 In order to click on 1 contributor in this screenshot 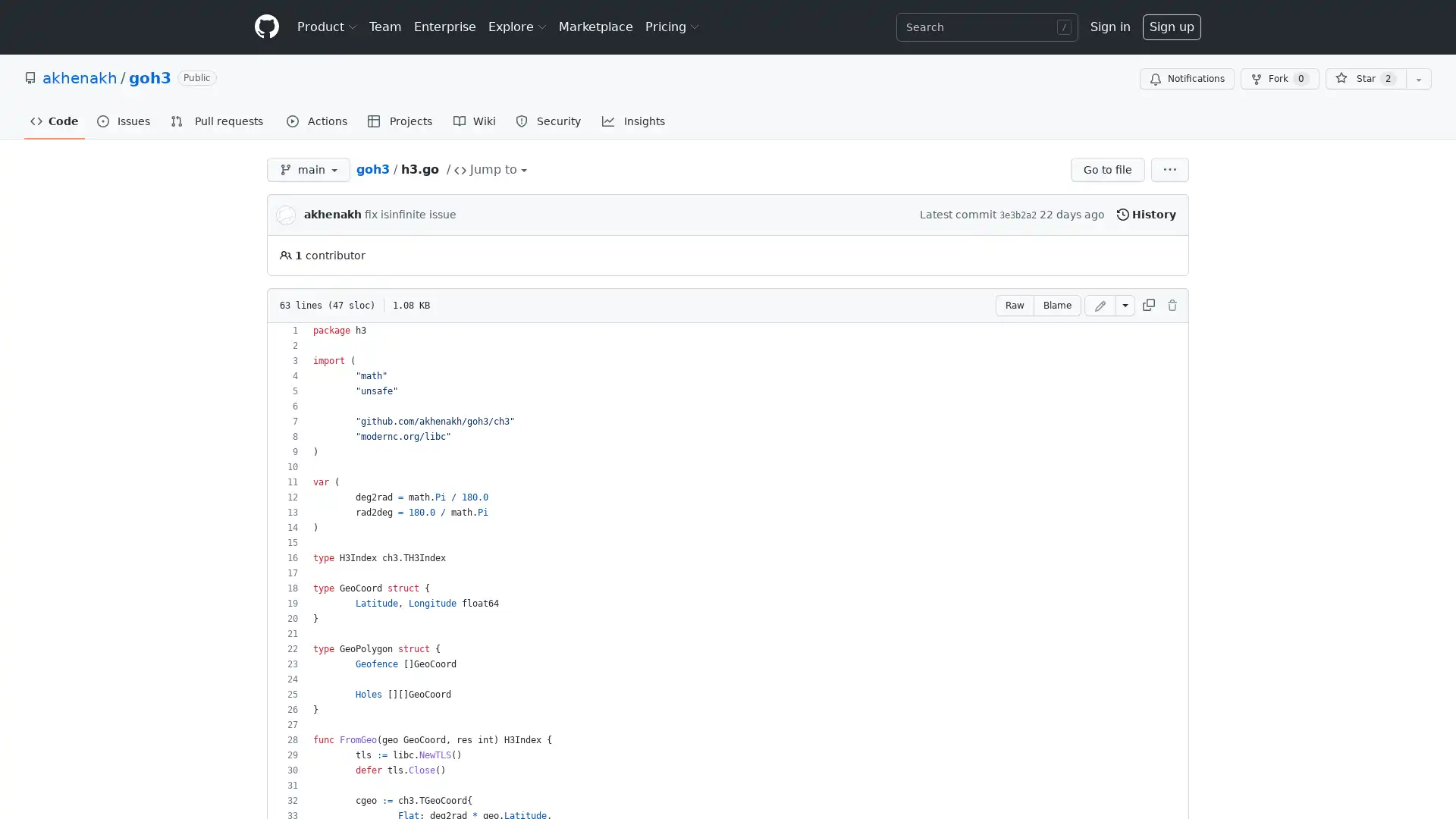, I will do `click(322, 255)`.